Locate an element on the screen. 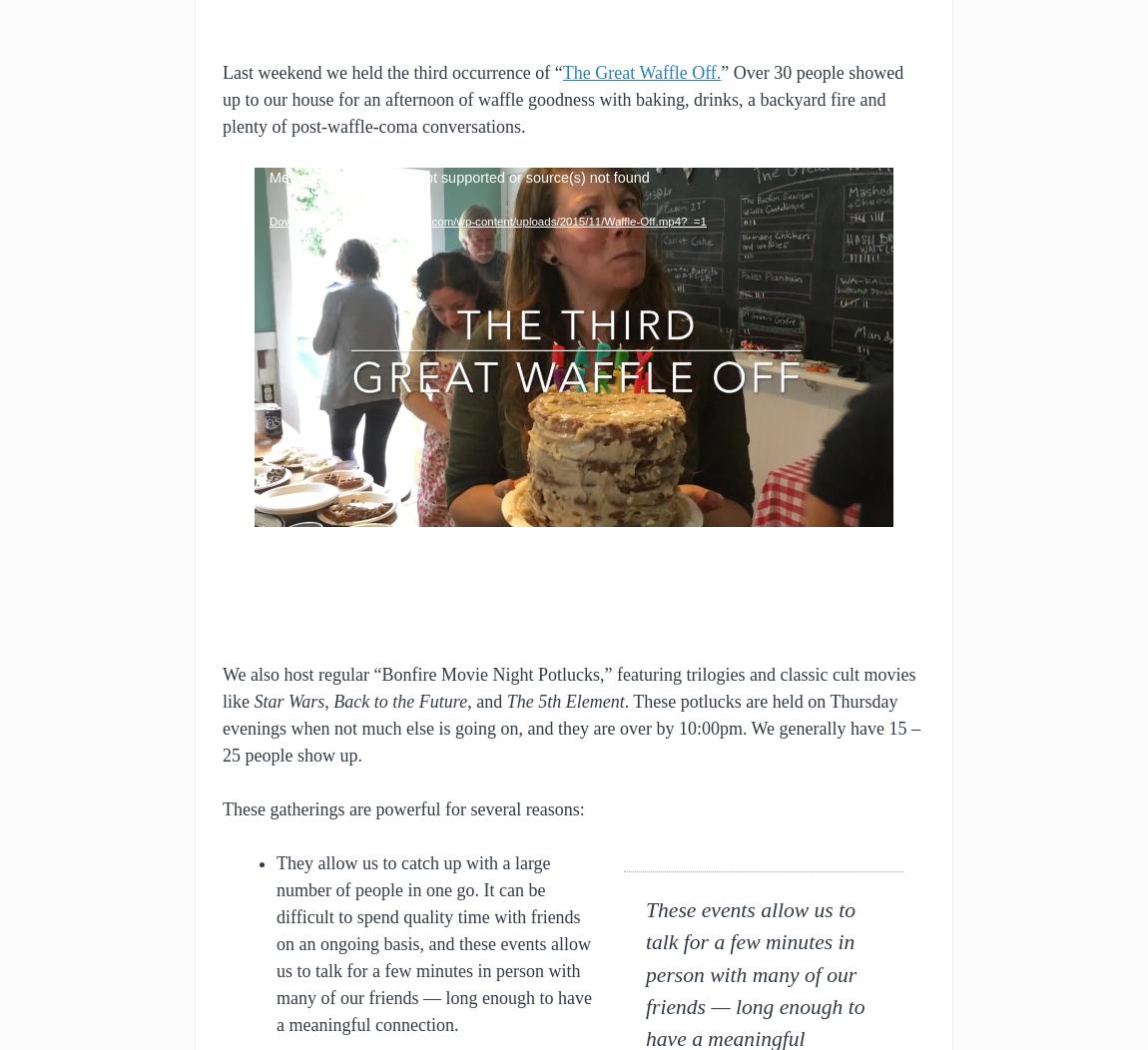 This screenshot has width=1148, height=1050. 'These gatherings are powerful for several reasons:' is located at coordinates (402, 808).